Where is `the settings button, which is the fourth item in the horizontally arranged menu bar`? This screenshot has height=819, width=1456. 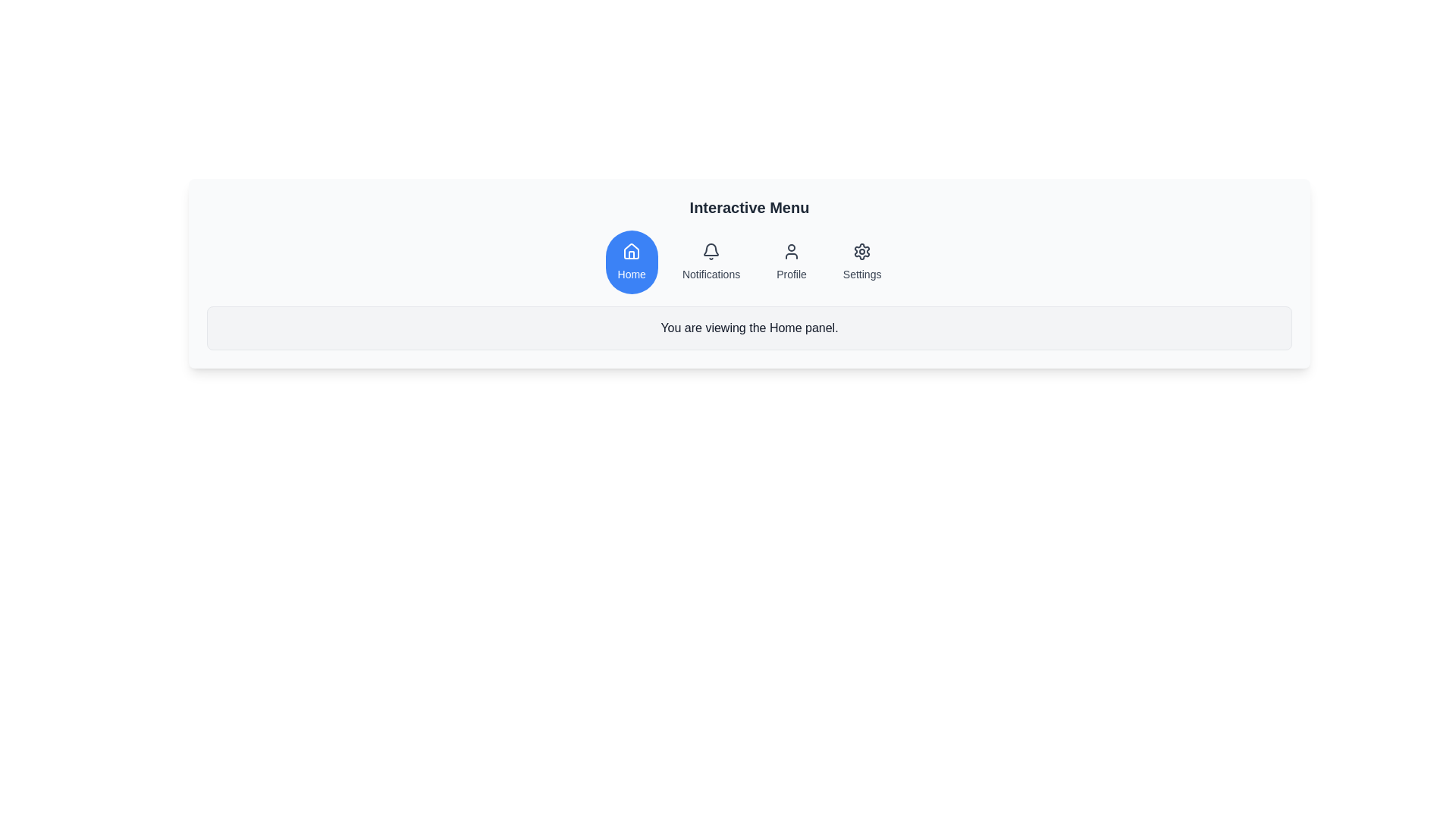 the settings button, which is the fourth item in the horizontally arranged menu bar is located at coordinates (862, 262).